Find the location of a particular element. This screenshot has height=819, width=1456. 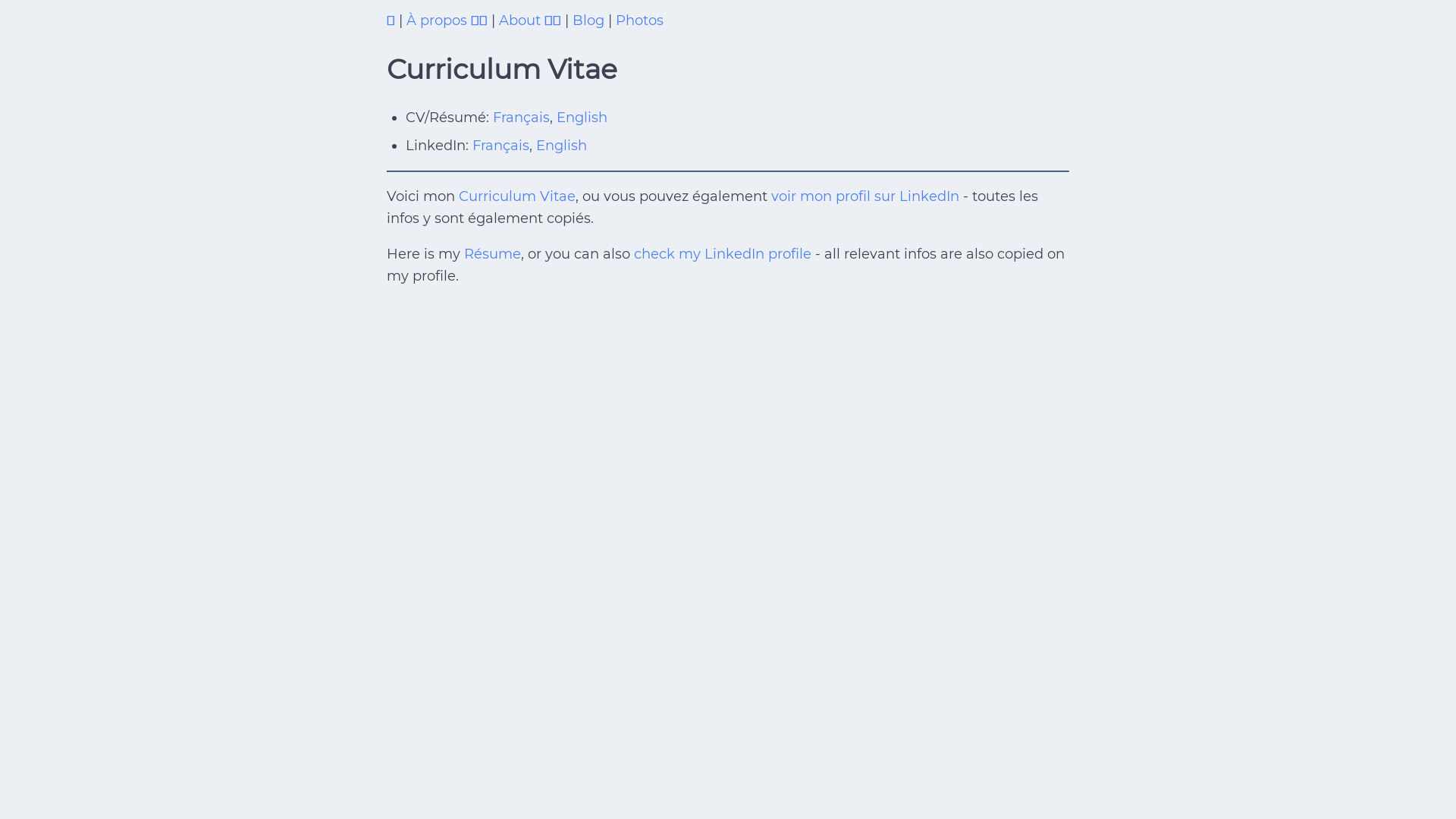

'Blog' is located at coordinates (571, 20).